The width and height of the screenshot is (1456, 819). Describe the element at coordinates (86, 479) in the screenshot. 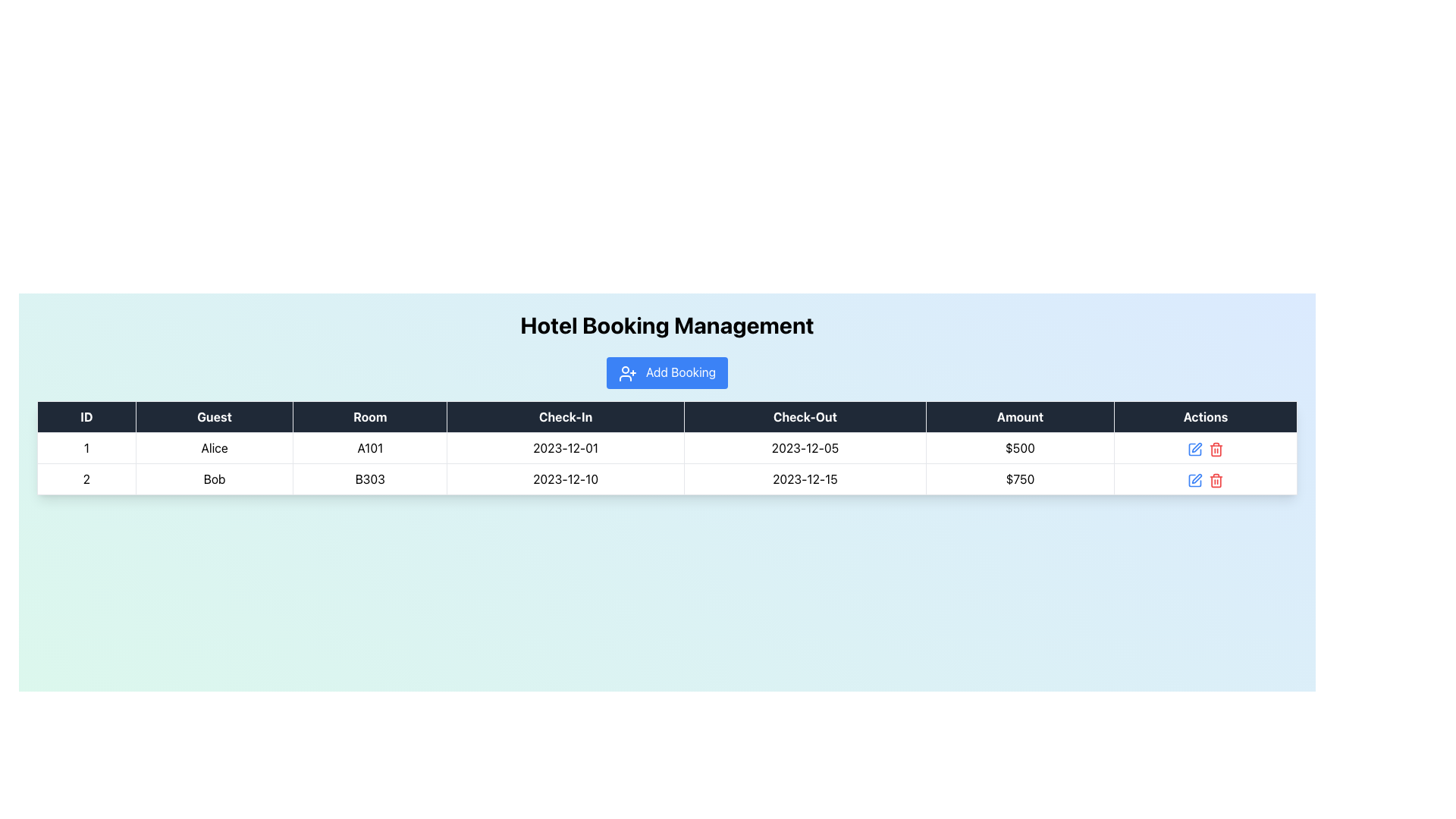

I see `text content of the Table Cell displaying the number '2' located in the second row and first column under the 'ID' column header` at that location.